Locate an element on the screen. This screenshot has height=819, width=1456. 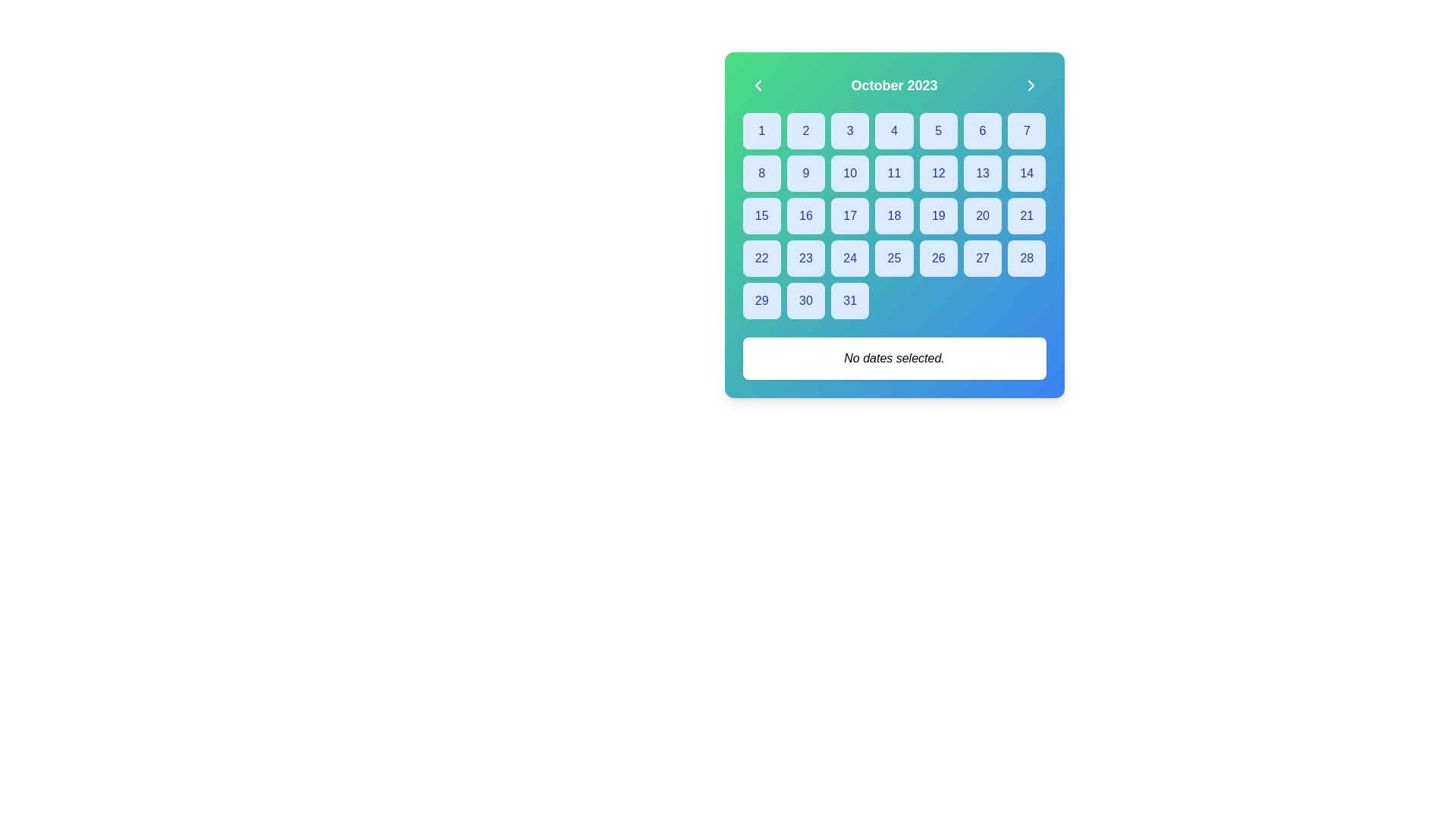
the button displaying the bold blue number '6' with a light blue background is located at coordinates (983, 130).